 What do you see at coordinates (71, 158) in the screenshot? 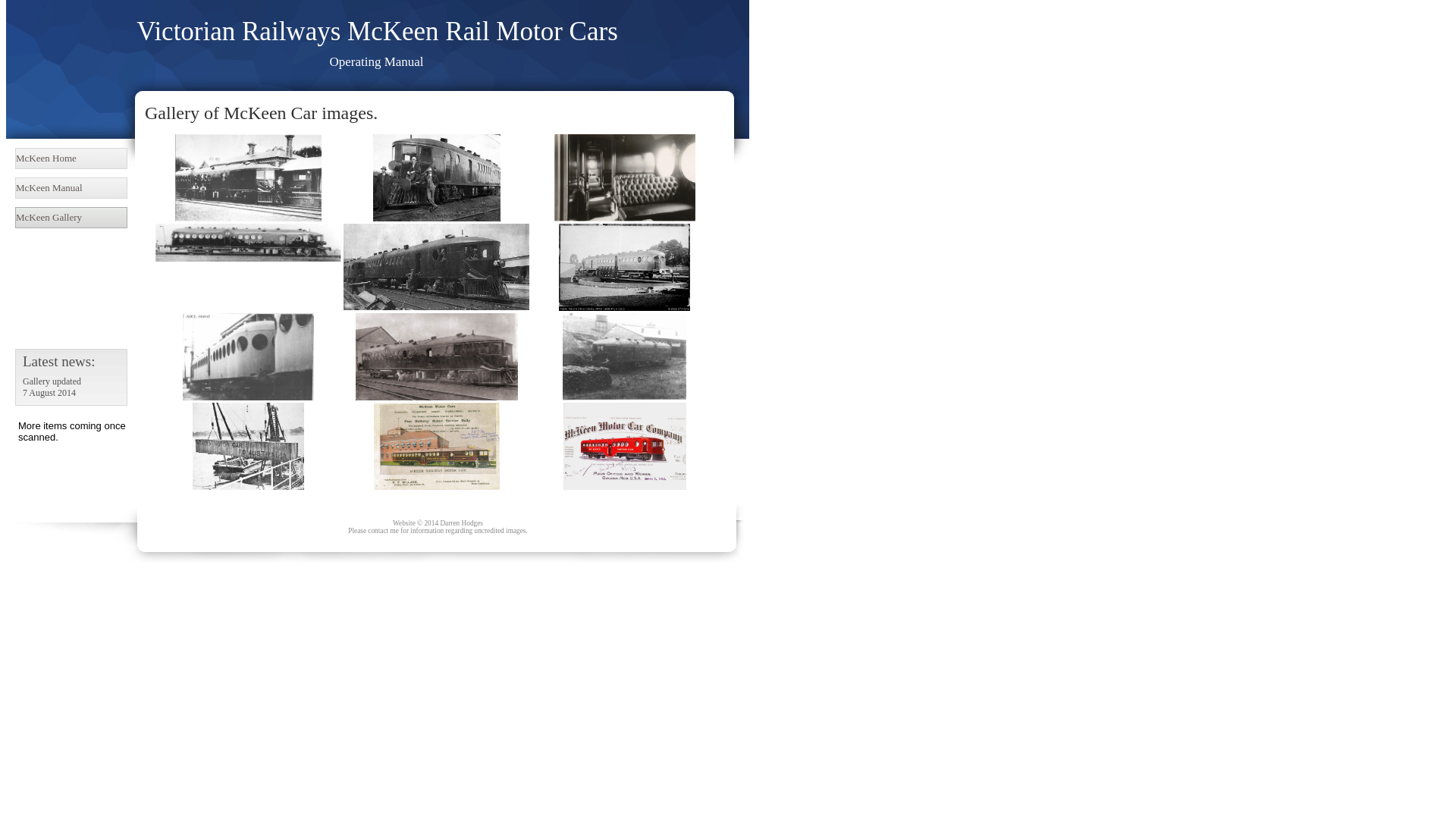
I see `'McKeen Home'` at bounding box center [71, 158].